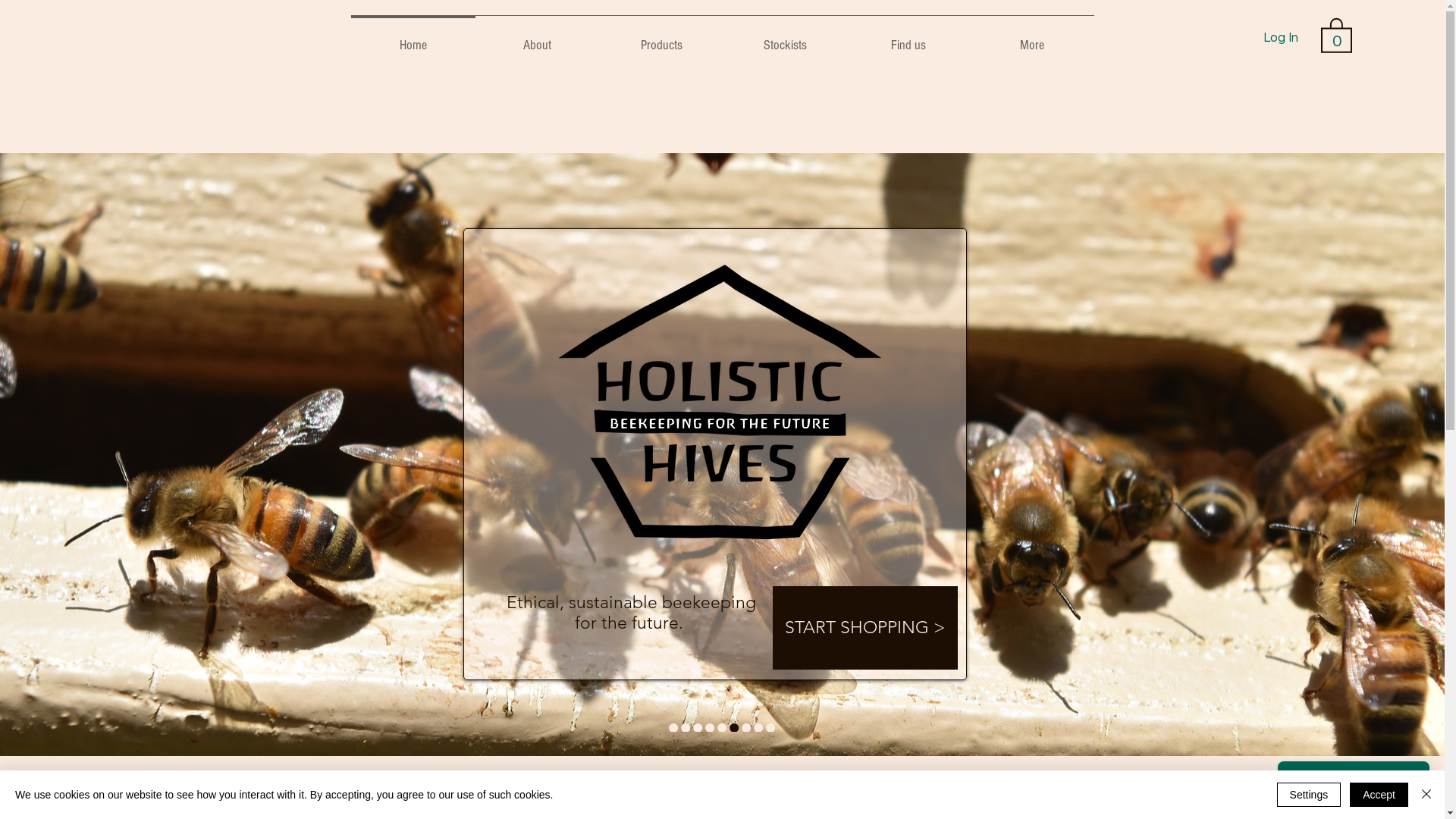 This screenshot has height=819, width=1456. What do you see at coordinates (412, 37) in the screenshot?
I see `'Home'` at bounding box center [412, 37].